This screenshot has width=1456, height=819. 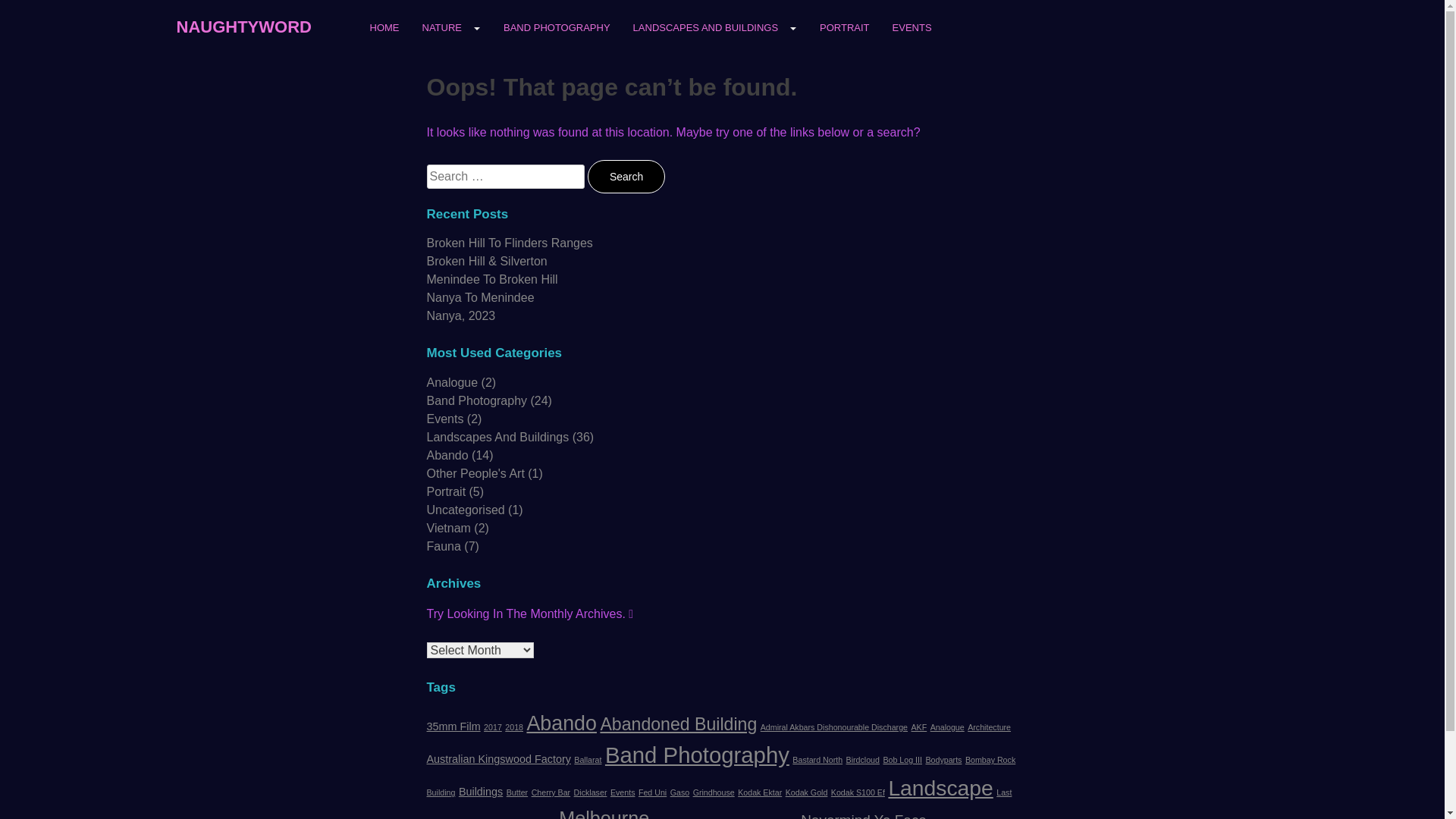 What do you see at coordinates (509, 242) in the screenshot?
I see `'Broken Hill To Flinders Ranges'` at bounding box center [509, 242].